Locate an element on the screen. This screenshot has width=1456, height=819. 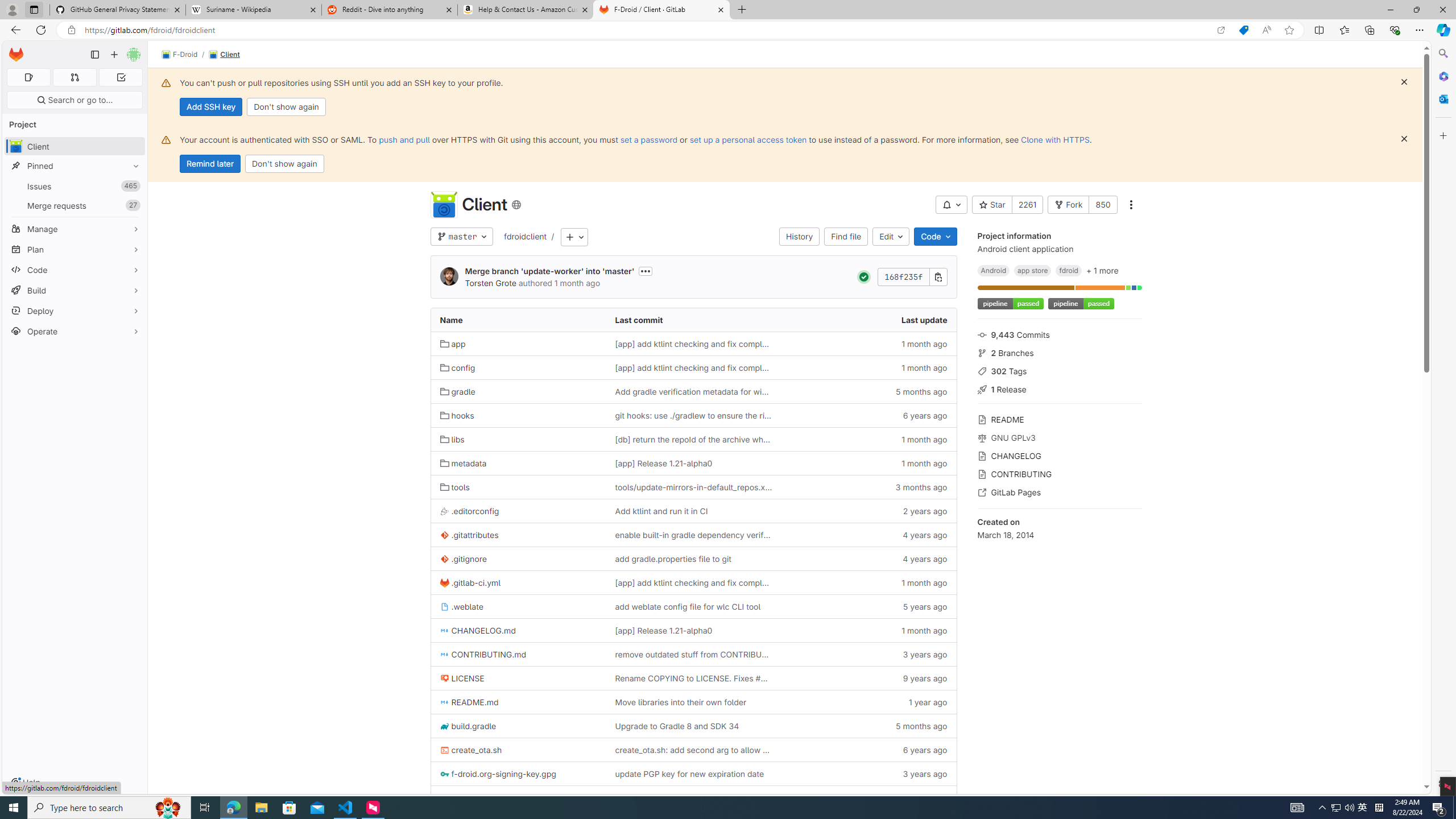
'Add ktlint and run it in CI' is located at coordinates (693, 510).